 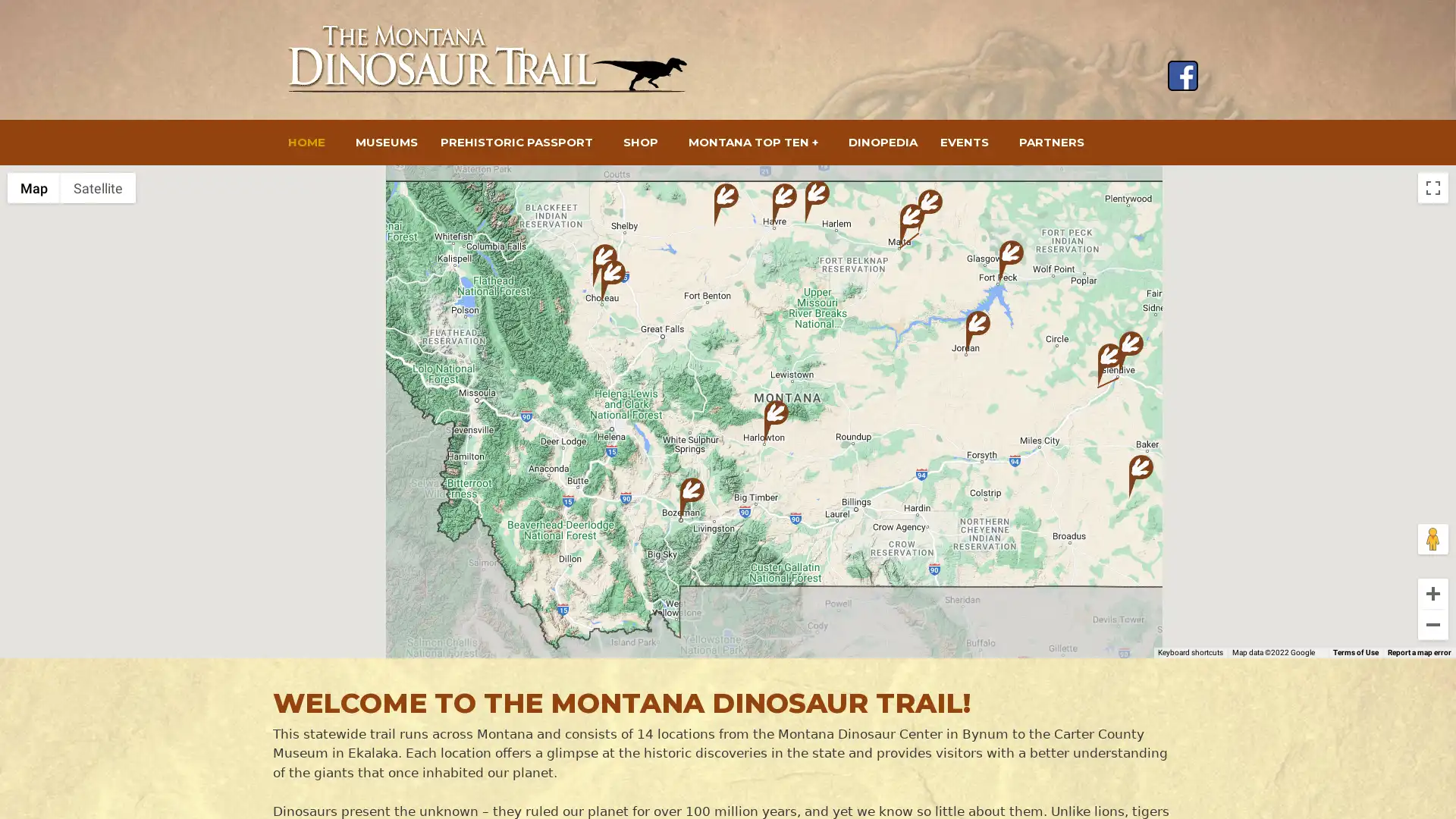 What do you see at coordinates (817, 201) in the screenshot?
I see `Blaine County Museum` at bounding box center [817, 201].